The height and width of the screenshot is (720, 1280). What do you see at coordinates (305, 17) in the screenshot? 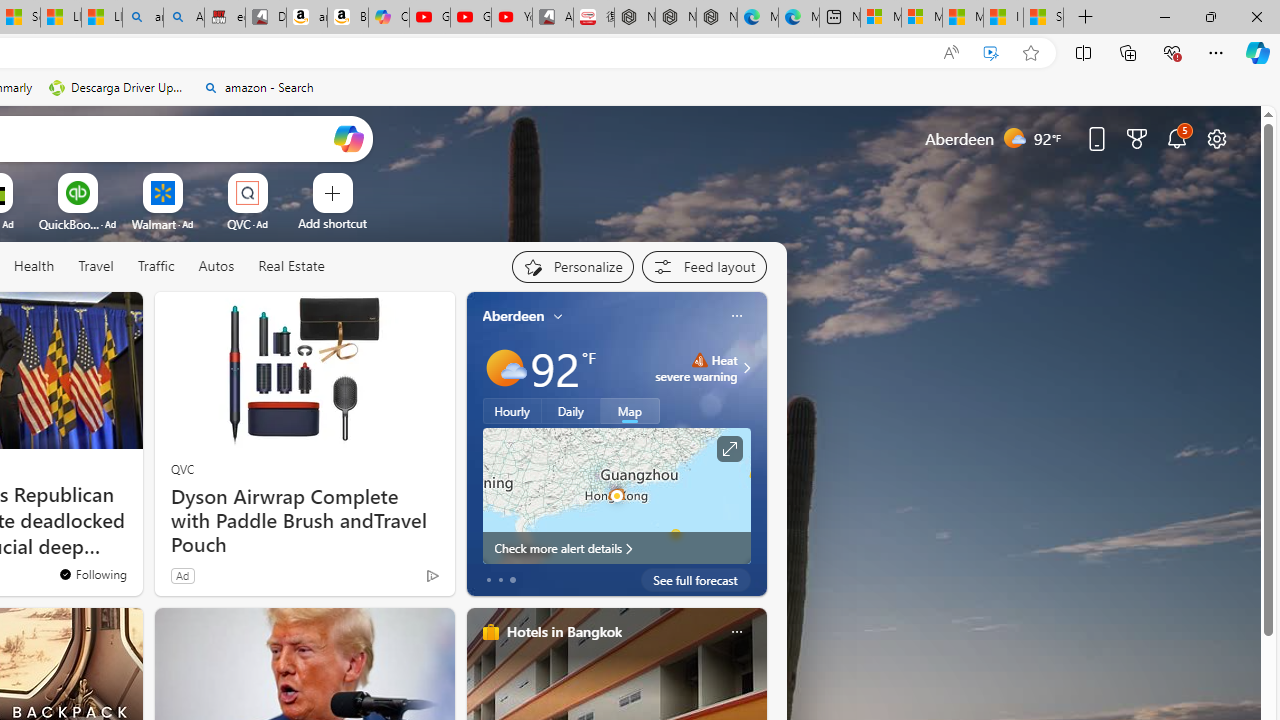
I see `'amazon.in/dp/B0CX59H5W7/?tag=gsmcom05-21'` at bounding box center [305, 17].